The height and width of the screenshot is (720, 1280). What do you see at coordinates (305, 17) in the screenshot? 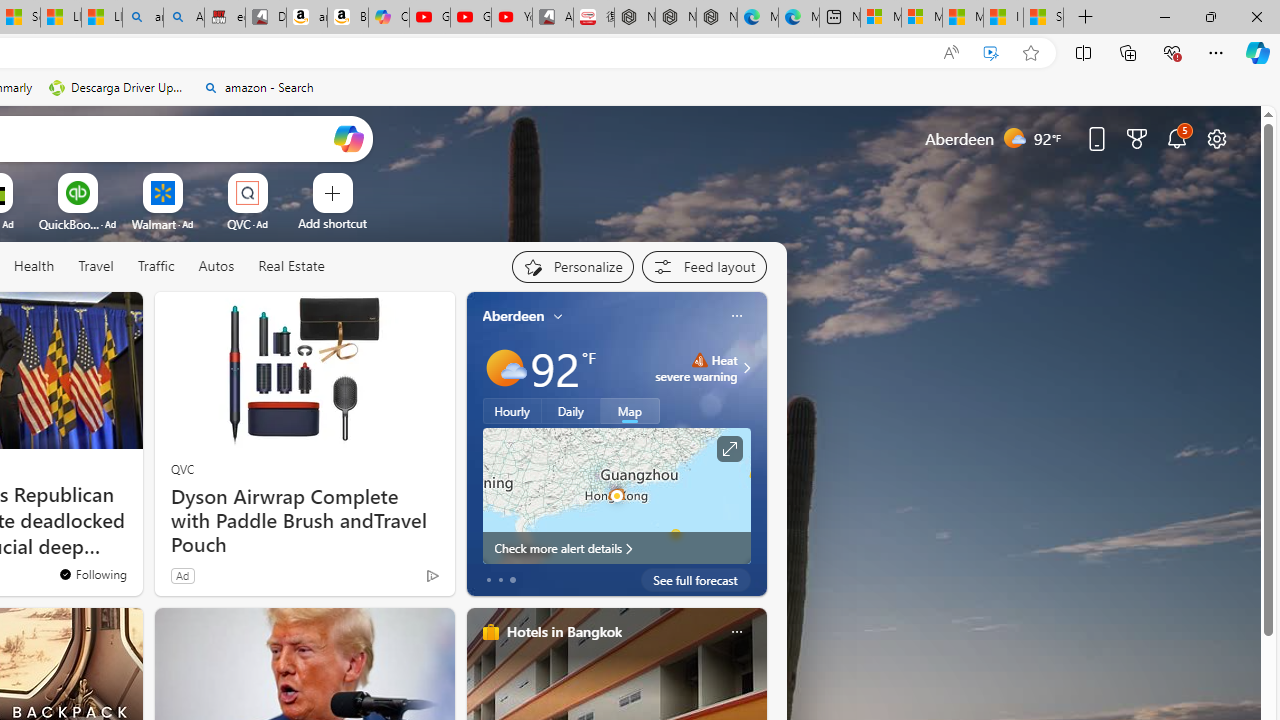
I see `'amazon.in/dp/B0CX59H5W7/?tag=gsmcom05-21'` at bounding box center [305, 17].